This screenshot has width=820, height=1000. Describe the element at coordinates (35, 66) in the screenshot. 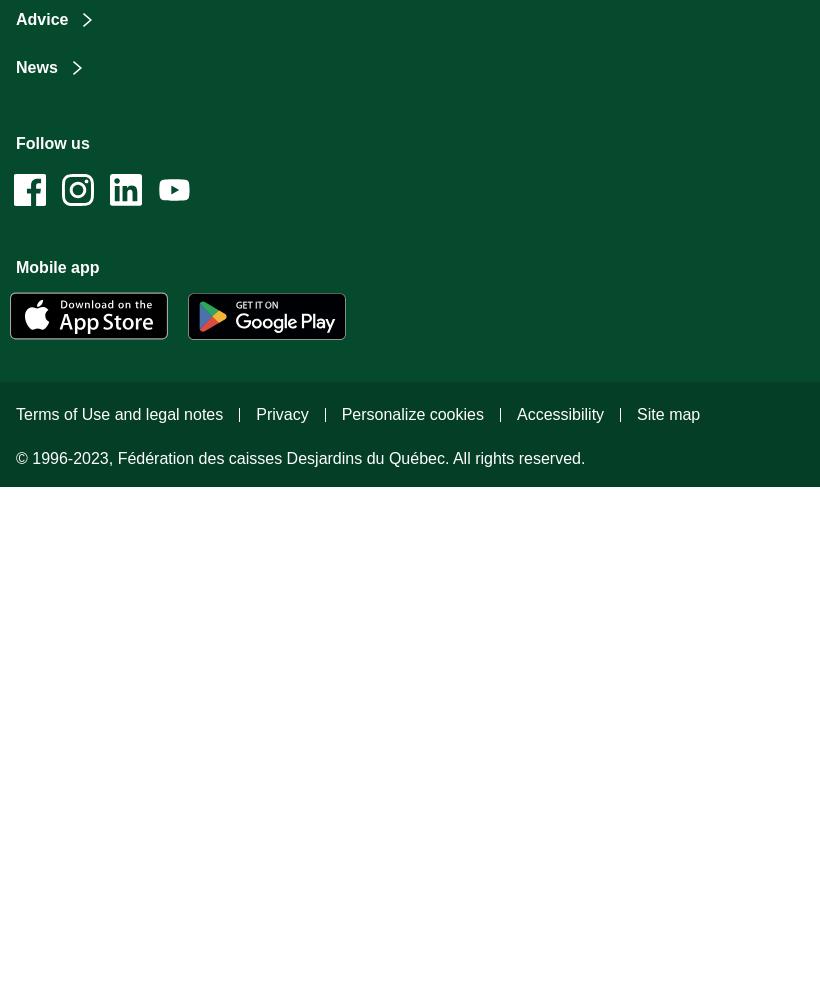

I see `'News'` at that location.